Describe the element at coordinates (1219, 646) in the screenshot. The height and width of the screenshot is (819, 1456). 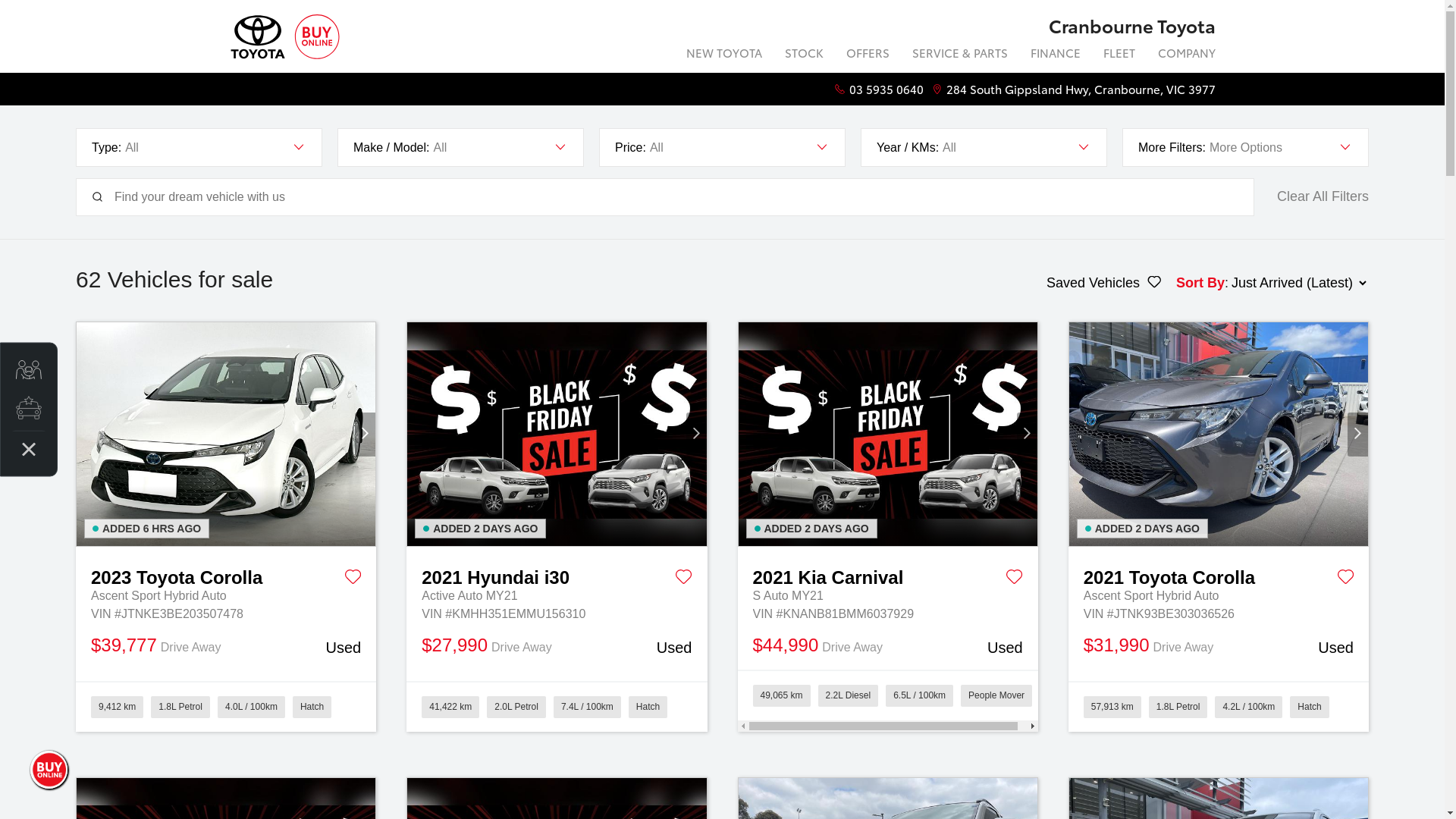
I see `'$31,990` at that location.